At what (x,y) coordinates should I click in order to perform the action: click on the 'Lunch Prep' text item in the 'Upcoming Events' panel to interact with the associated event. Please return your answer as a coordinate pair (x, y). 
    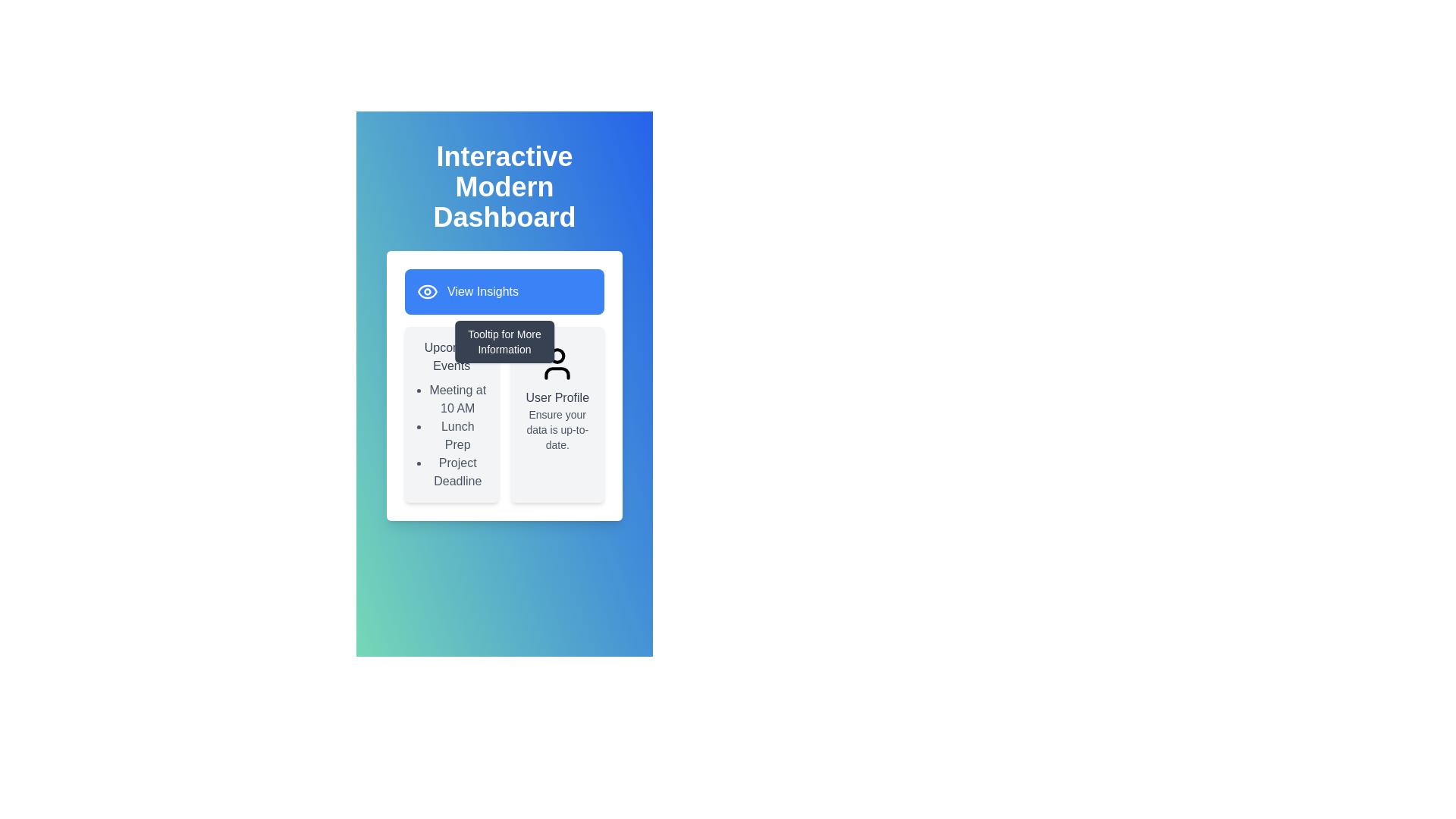
    Looking at the image, I should click on (457, 435).